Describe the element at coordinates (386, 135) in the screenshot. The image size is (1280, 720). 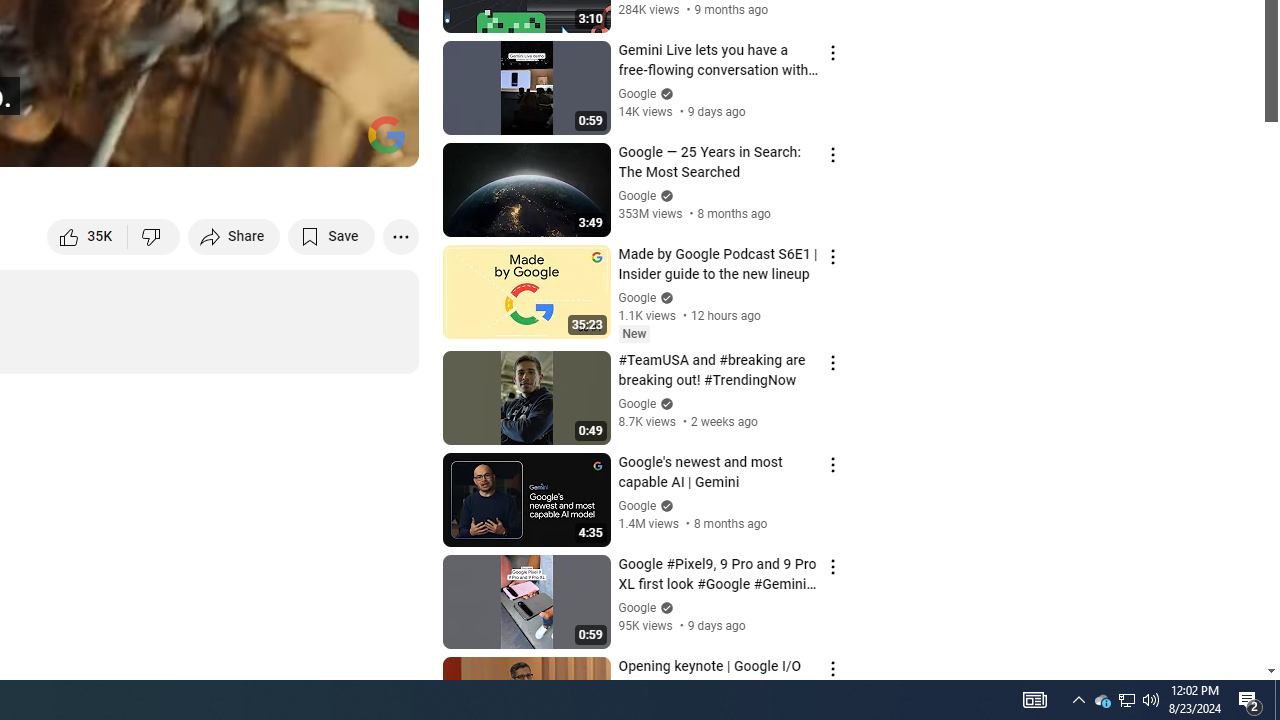
I see `'Channel watermark'` at that location.